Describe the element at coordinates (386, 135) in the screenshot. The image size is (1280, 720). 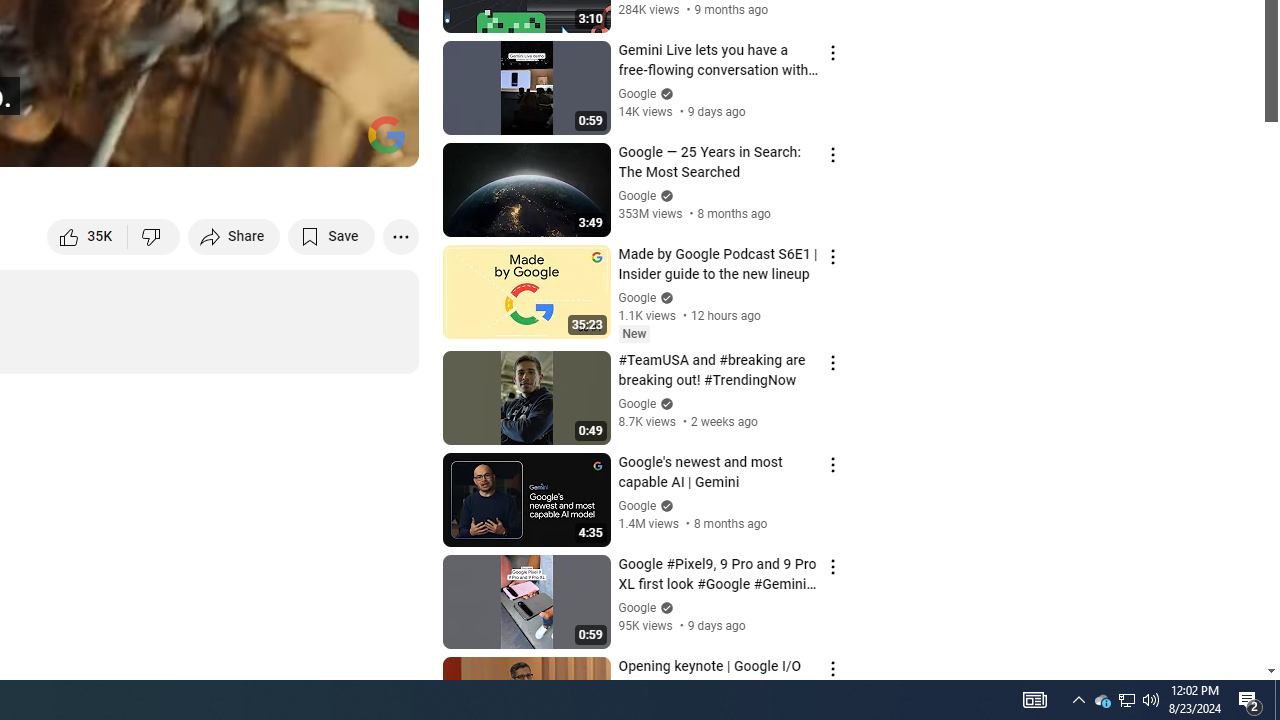
I see `'Channel watermark'` at that location.